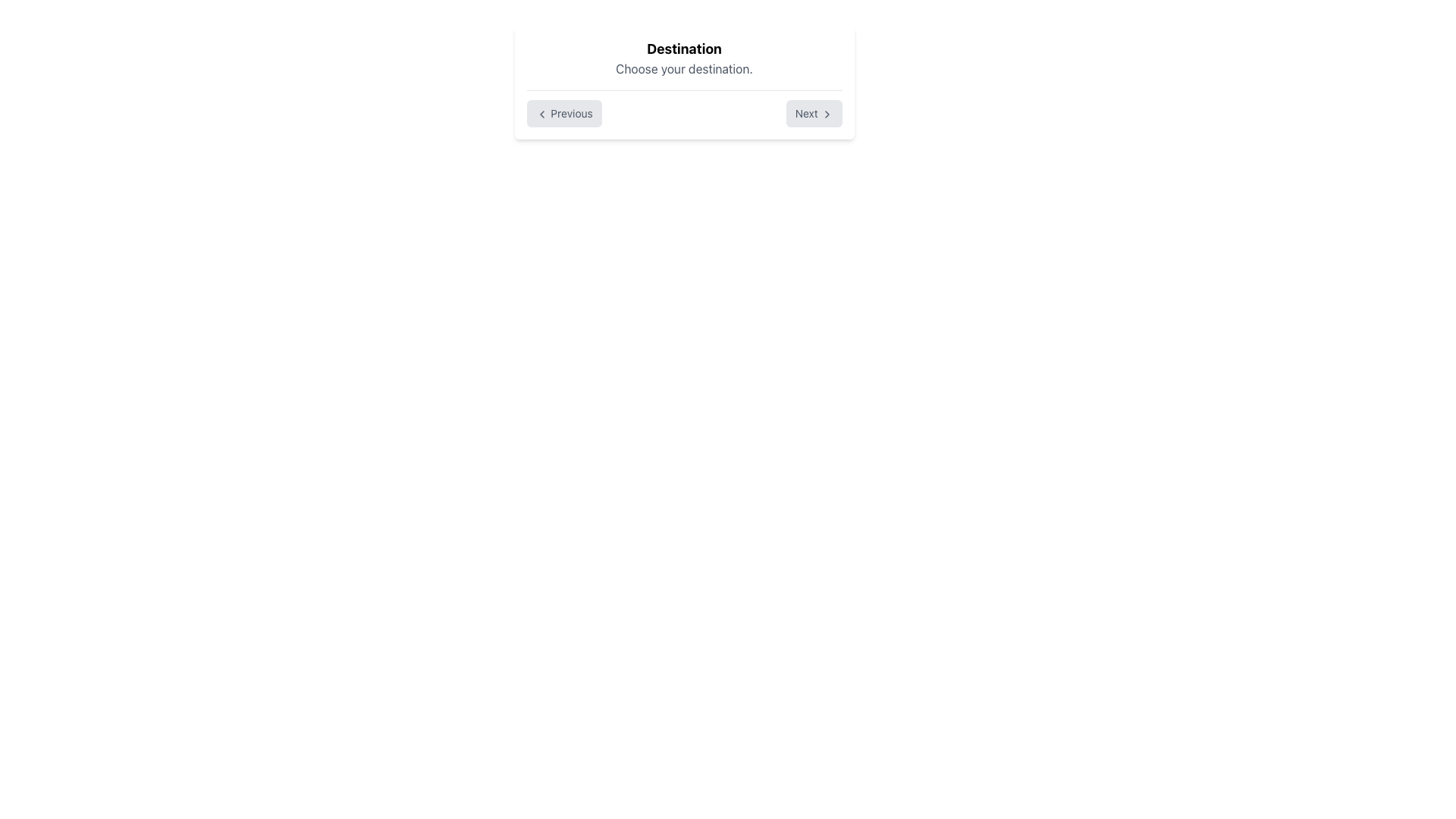 This screenshot has width=1456, height=819. I want to click on the backward navigation button located at the top-center of the layout, so click(563, 113).